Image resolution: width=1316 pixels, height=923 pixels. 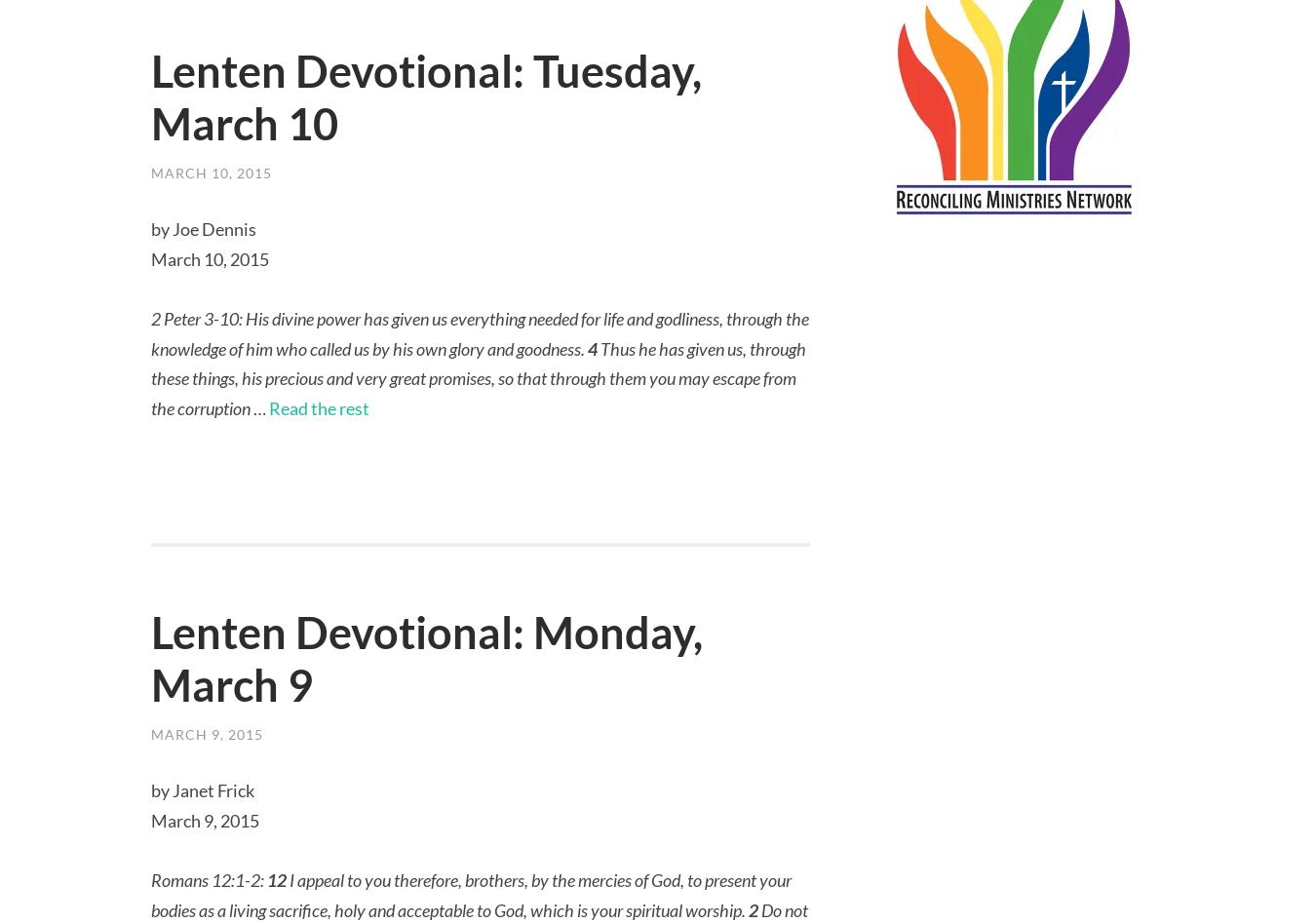 What do you see at coordinates (150, 894) in the screenshot?
I see `'I appeal to you therefore, brothers, by the mercies of God, to present your bodies as a living sacrifice, holy and acceptable to God, which is your spiritual worship.'` at bounding box center [150, 894].